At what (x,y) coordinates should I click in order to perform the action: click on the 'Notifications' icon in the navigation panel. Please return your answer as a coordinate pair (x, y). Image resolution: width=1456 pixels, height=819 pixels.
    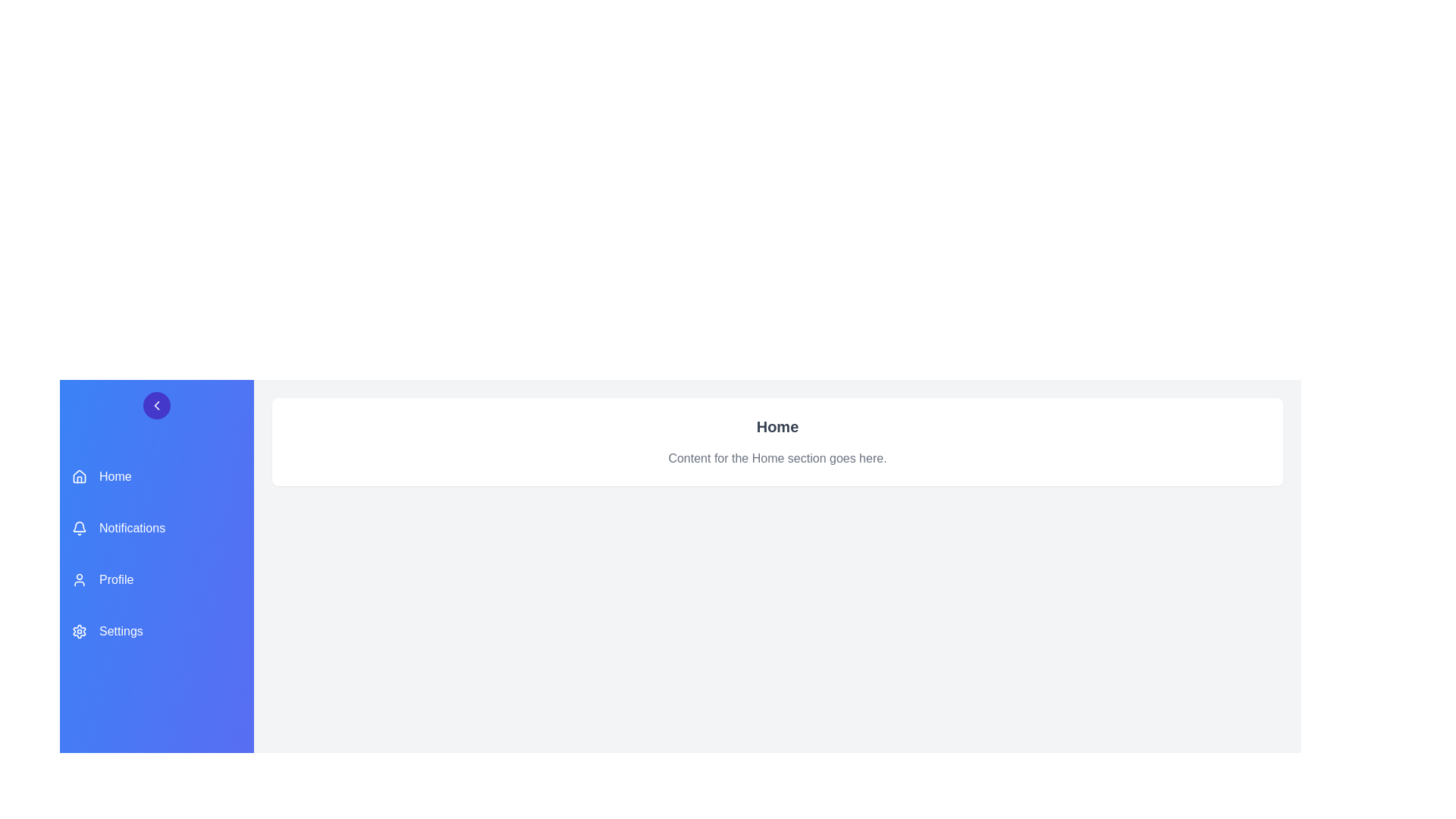
    Looking at the image, I should click on (79, 528).